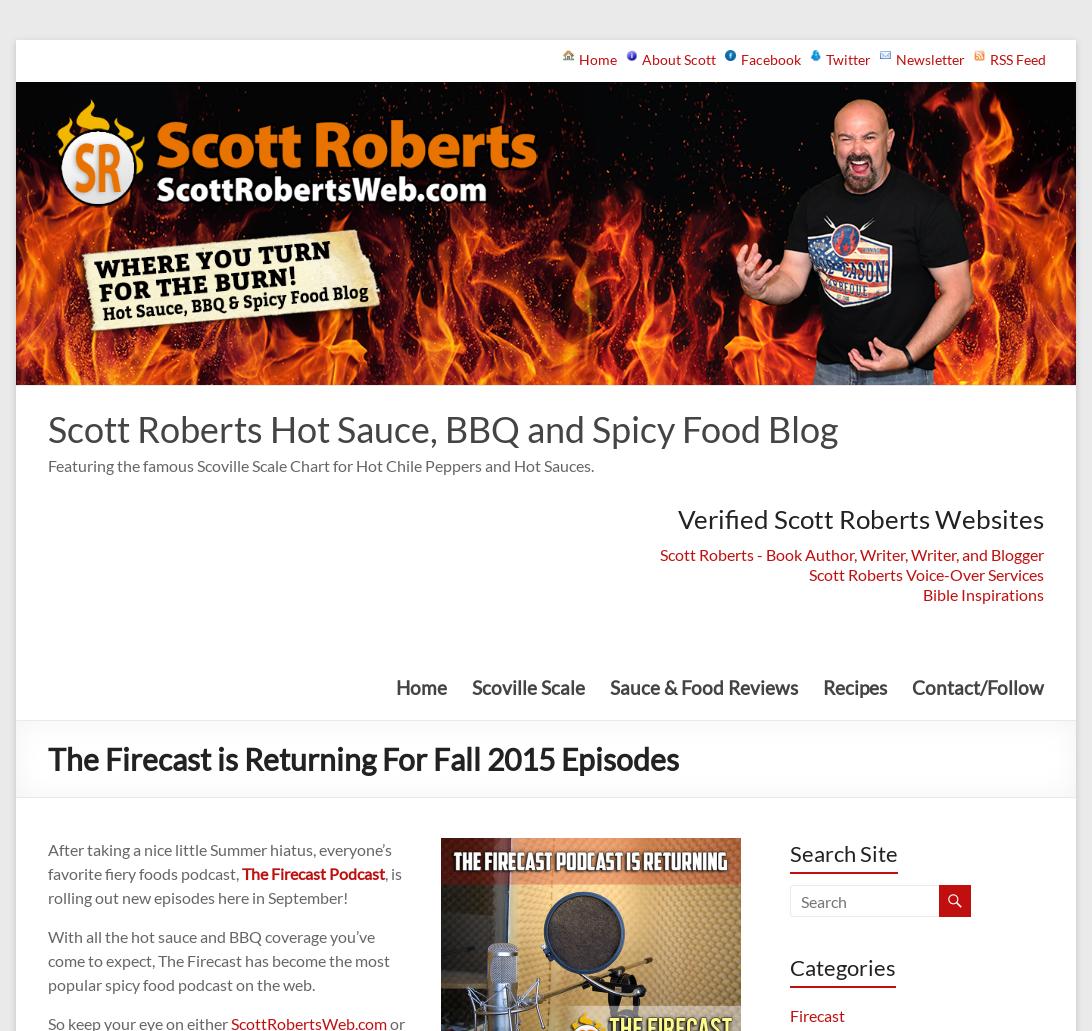 The image size is (1092, 1031). Describe the element at coordinates (807, 572) in the screenshot. I see `'Scott Roberts Voice-Over Services'` at that location.